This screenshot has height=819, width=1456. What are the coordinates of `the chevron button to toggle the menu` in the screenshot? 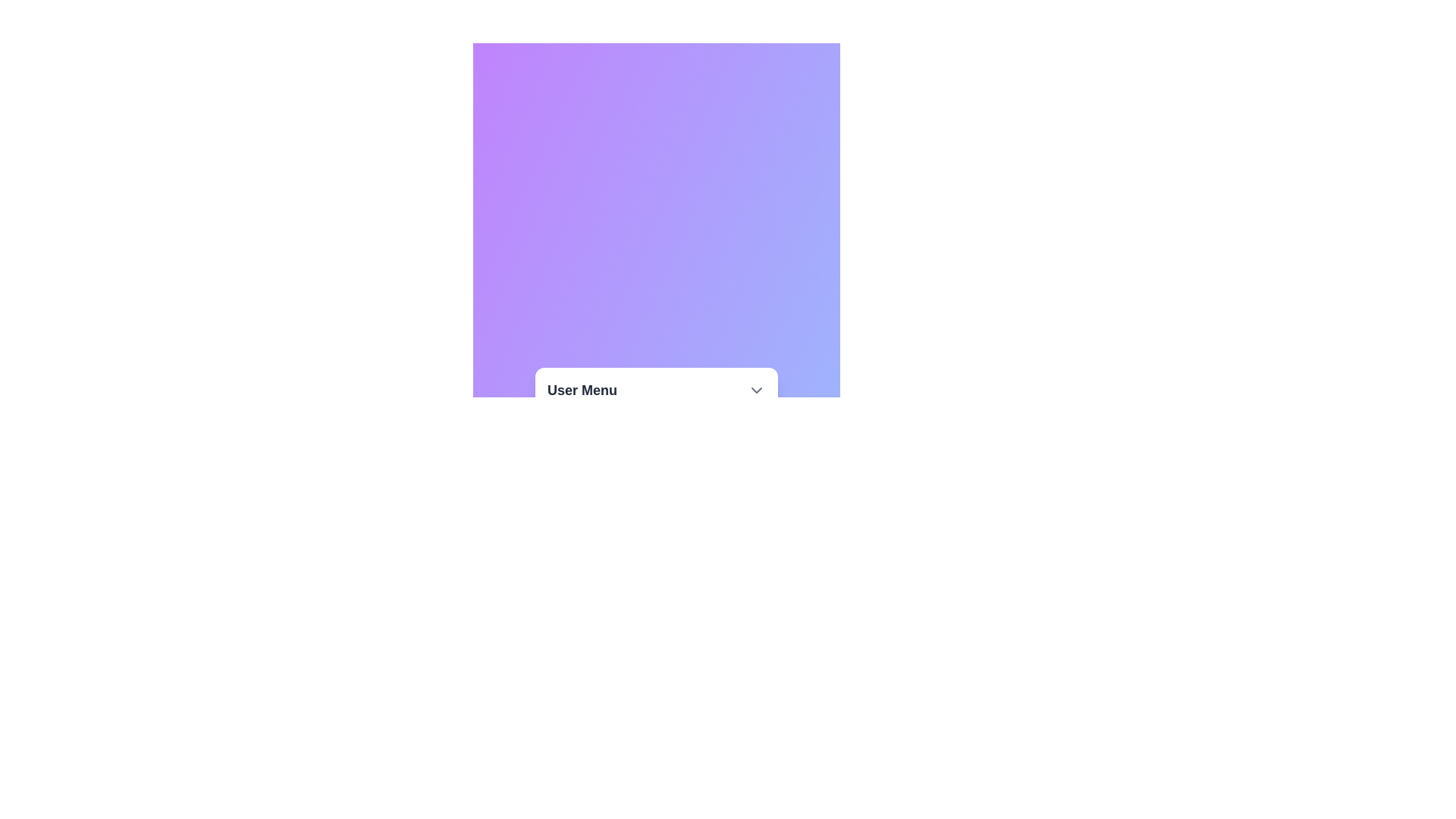 It's located at (757, 390).